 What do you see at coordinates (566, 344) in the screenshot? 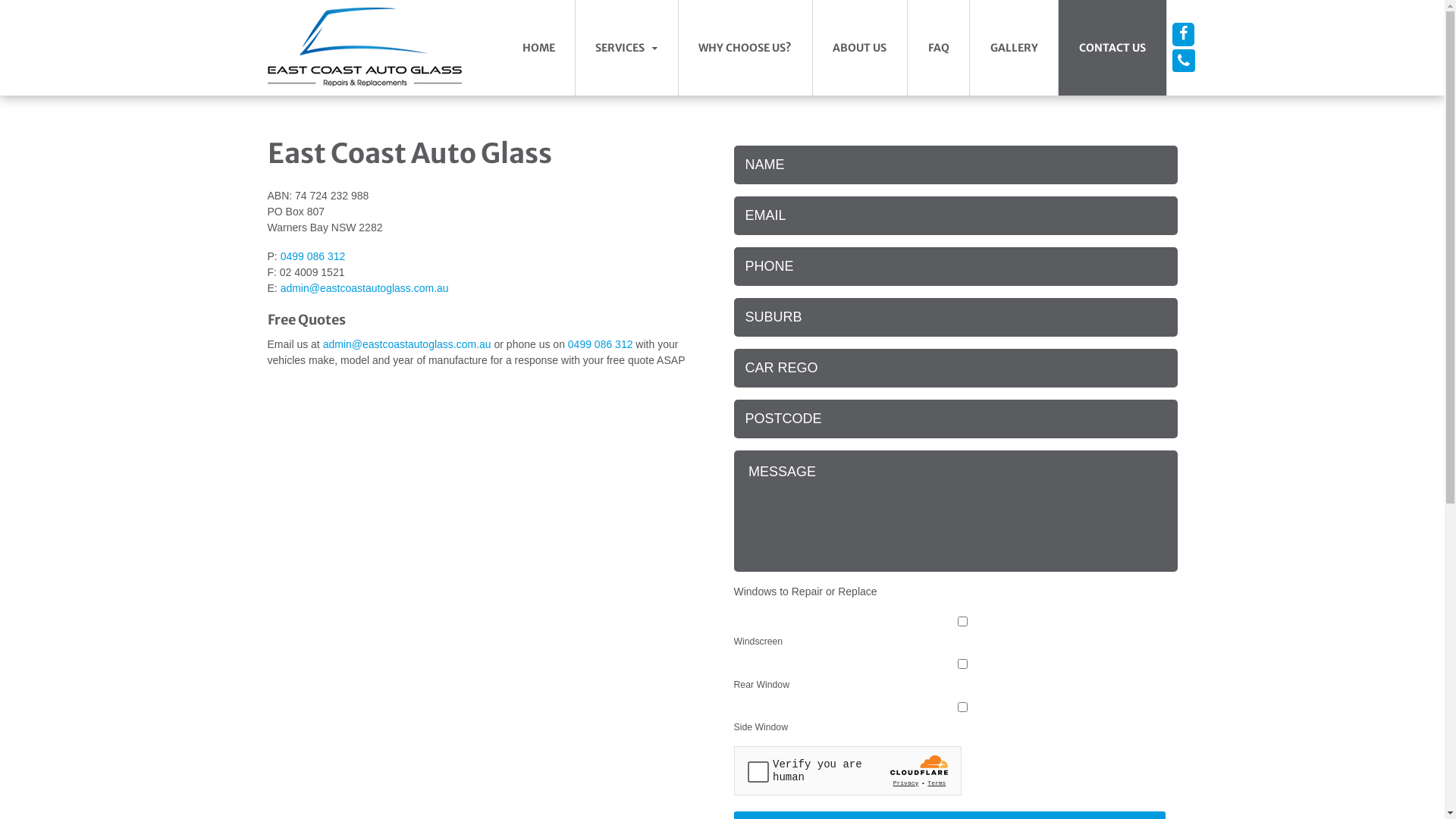
I see `'0499 086 312'` at bounding box center [566, 344].